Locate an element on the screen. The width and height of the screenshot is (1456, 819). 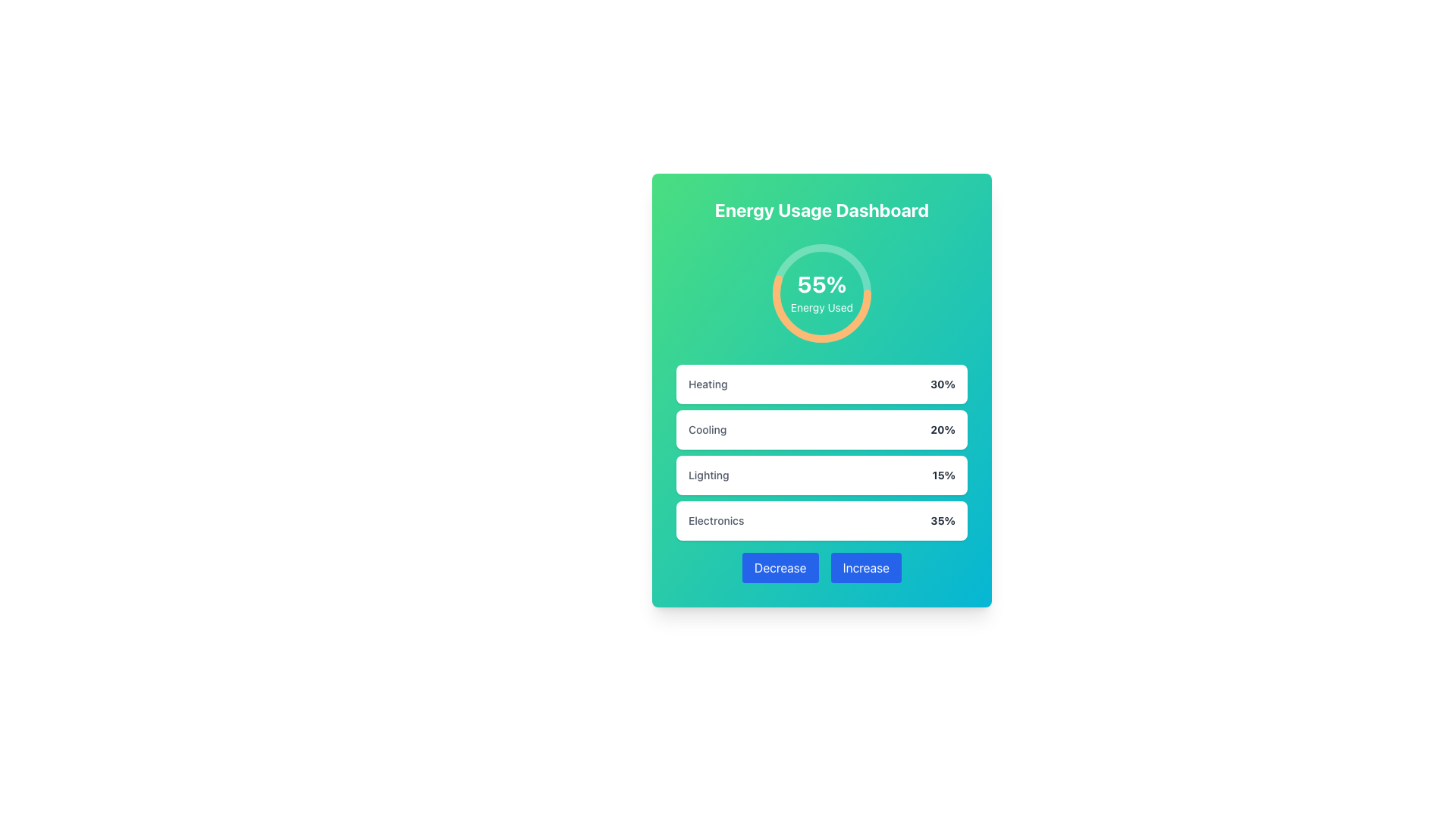
the Text label that displays the percentage value for 'Lighting' in the energy usage metrics is located at coordinates (943, 475).